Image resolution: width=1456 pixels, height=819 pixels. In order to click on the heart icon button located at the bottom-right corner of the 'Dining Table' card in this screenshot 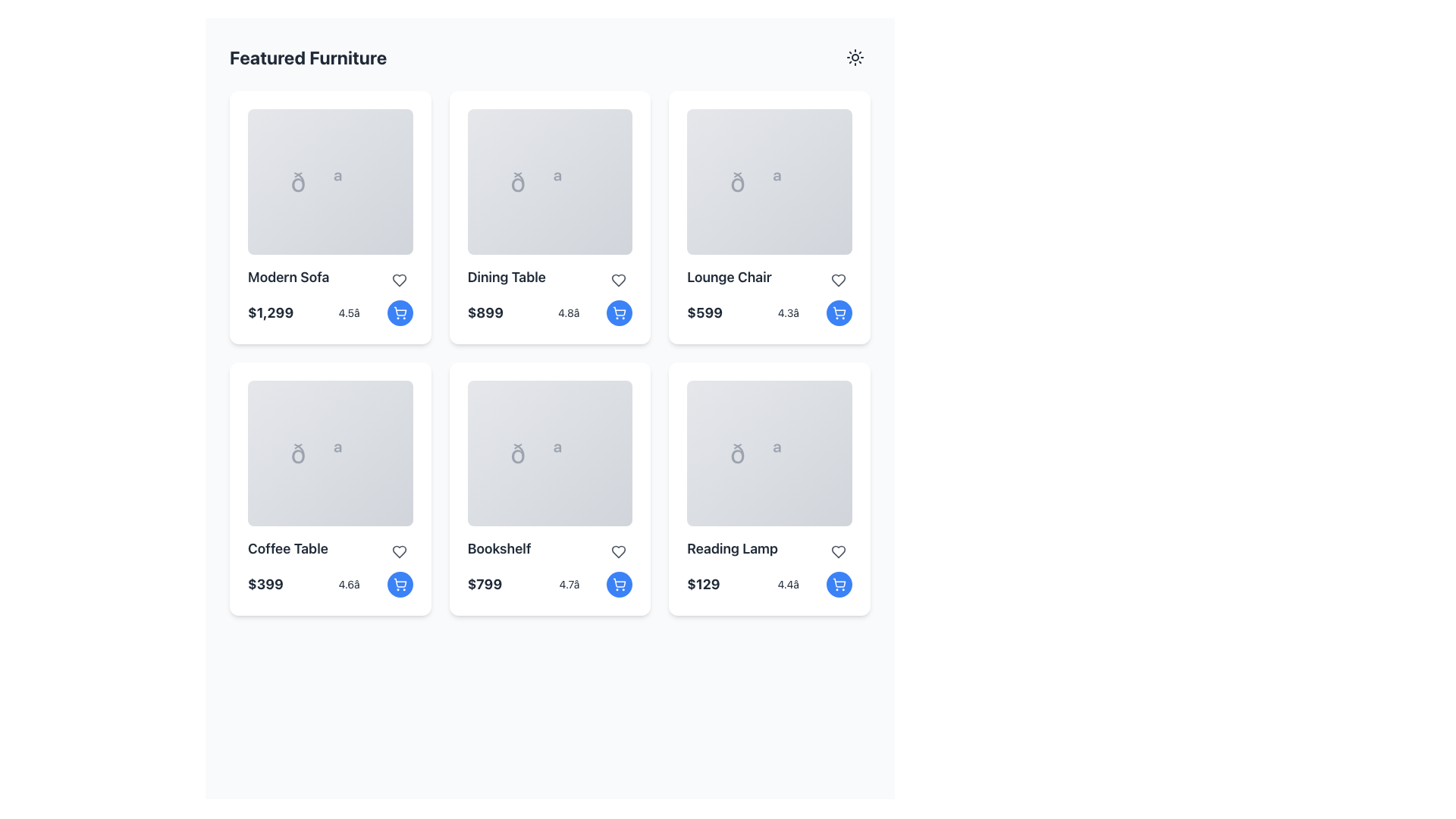, I will do `click(619, 281)`.